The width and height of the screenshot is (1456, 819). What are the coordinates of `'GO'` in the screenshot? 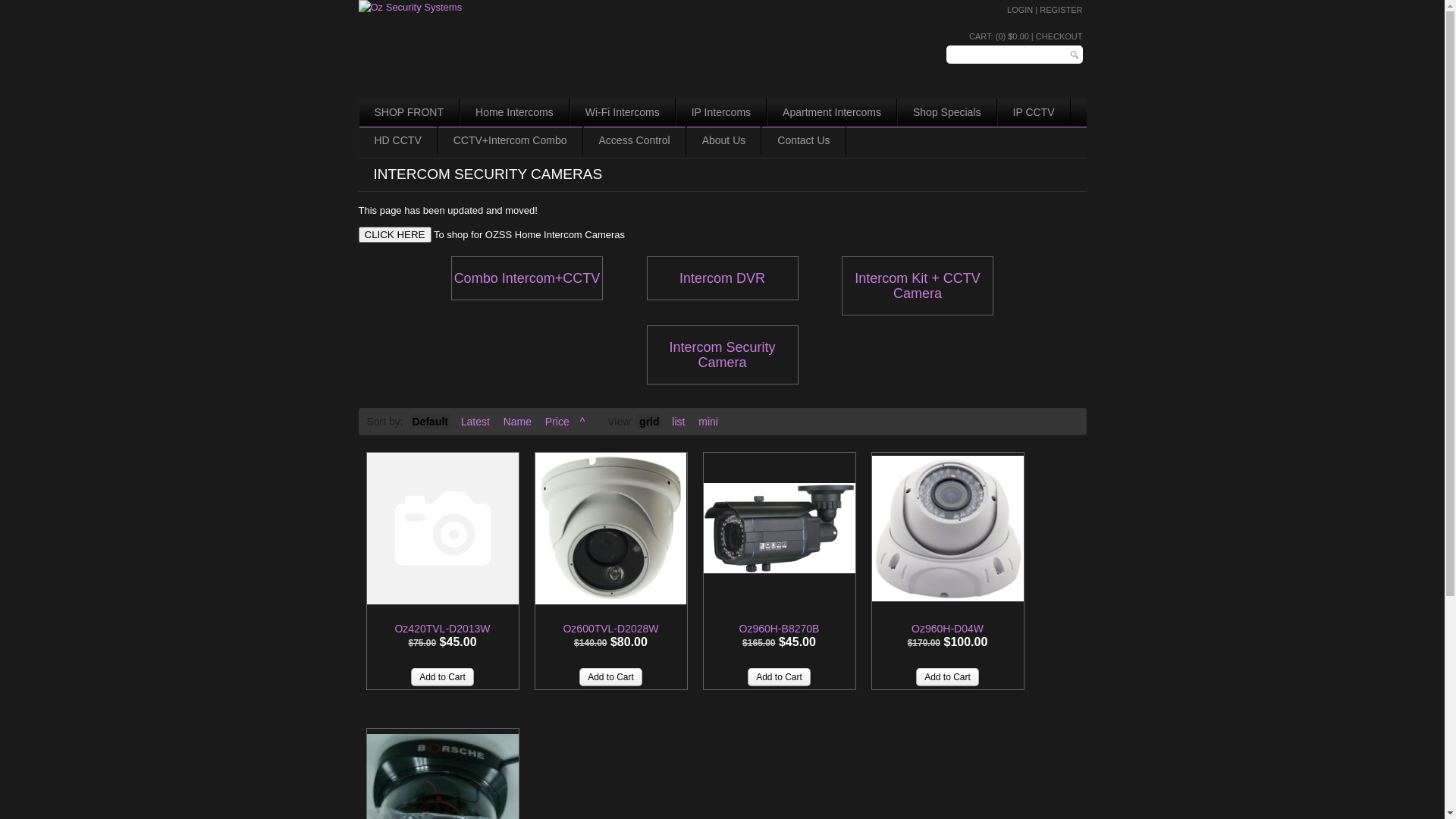 It's located at (1074, 54).